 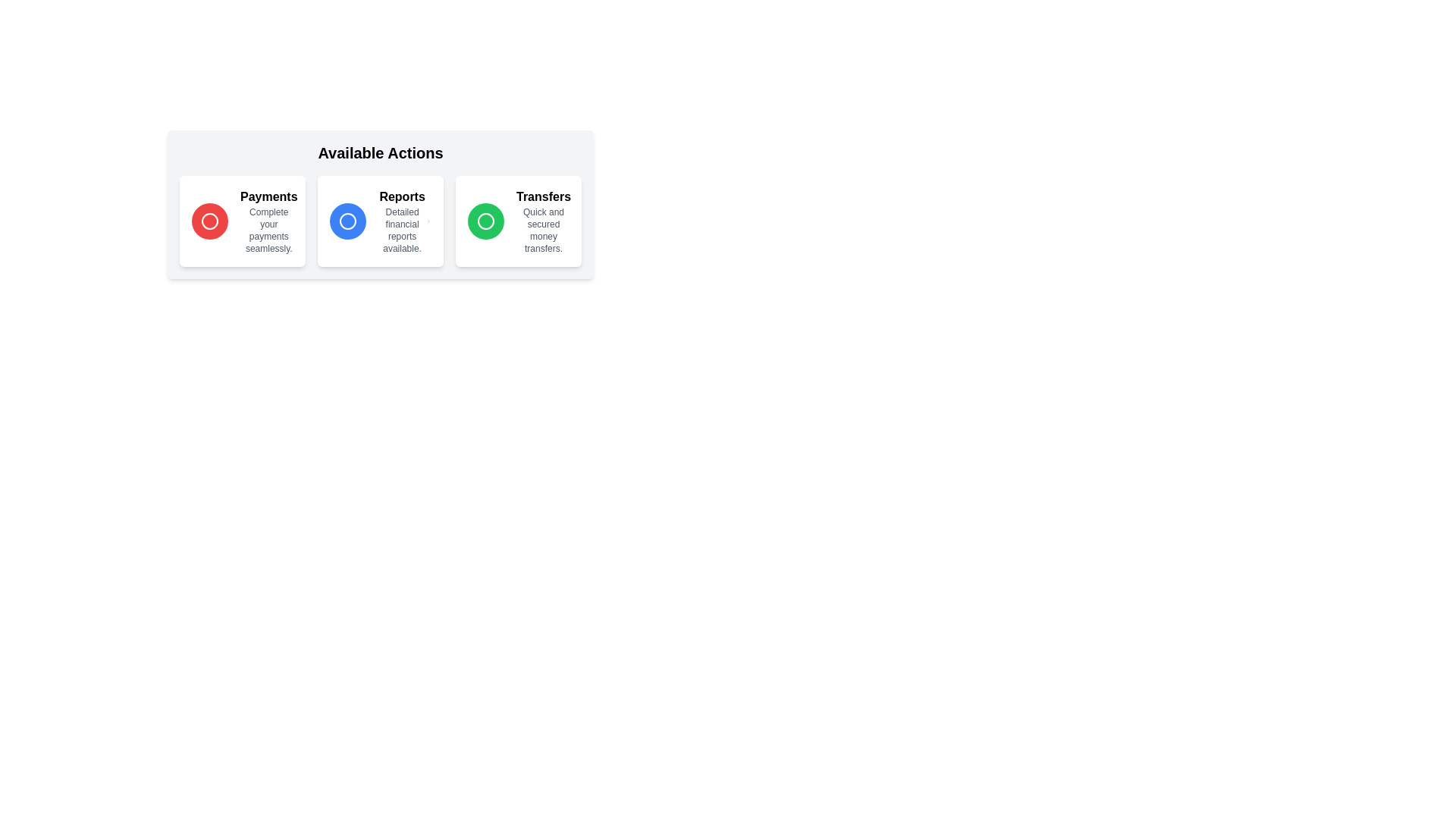 What do you see at coordinates (486, 221) in the screenshot?
I see `the circular icon with a thick white outline on a green background, which is centered within the 'Transfers' button, part of a group of three buttons labeled 'Payments,' 'Reports,' and 'Transfers.'` at bounding box center [486, 221].